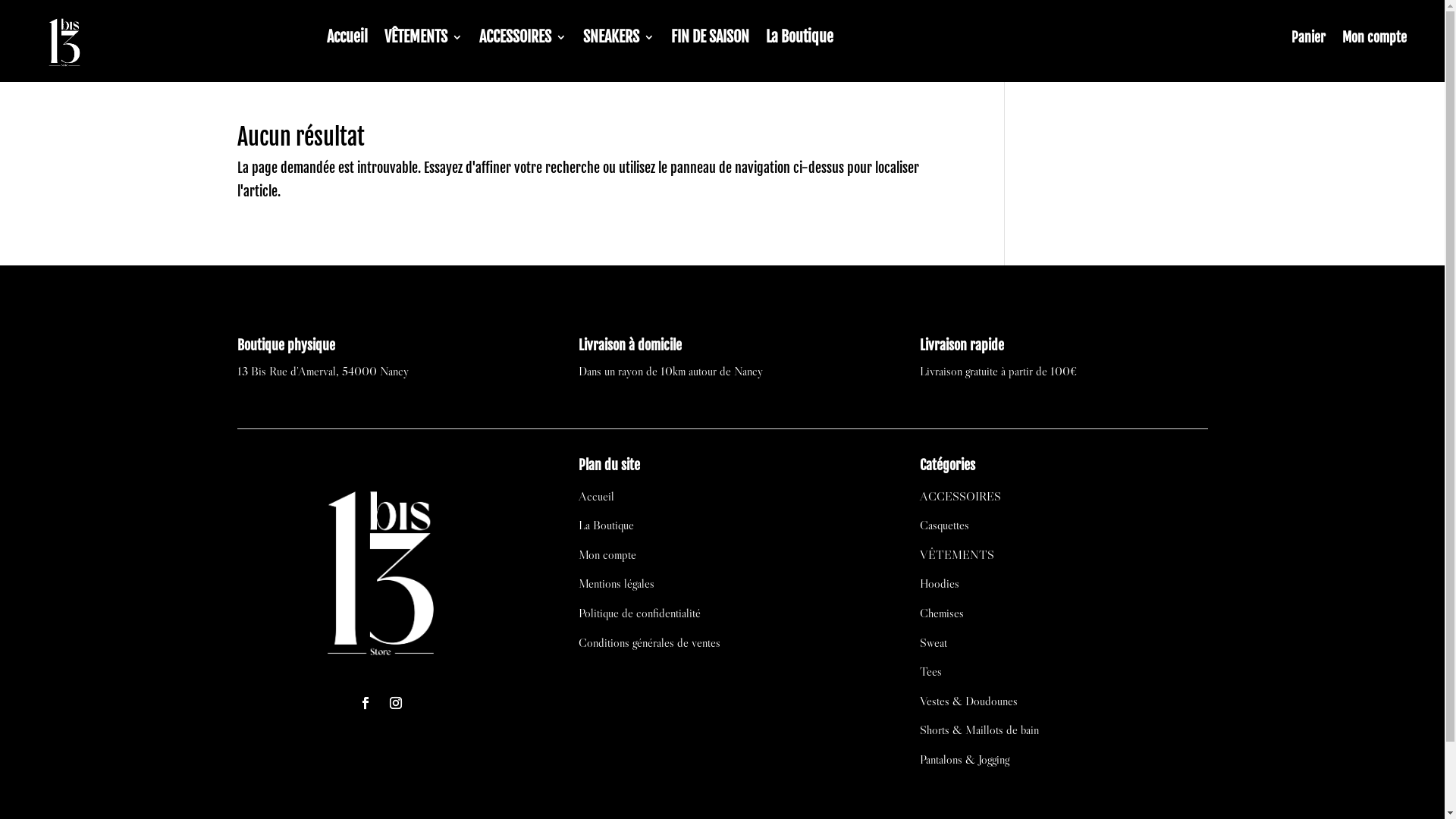  I want to click on 'Shorts & Maillots de bain', so click(979, 728).